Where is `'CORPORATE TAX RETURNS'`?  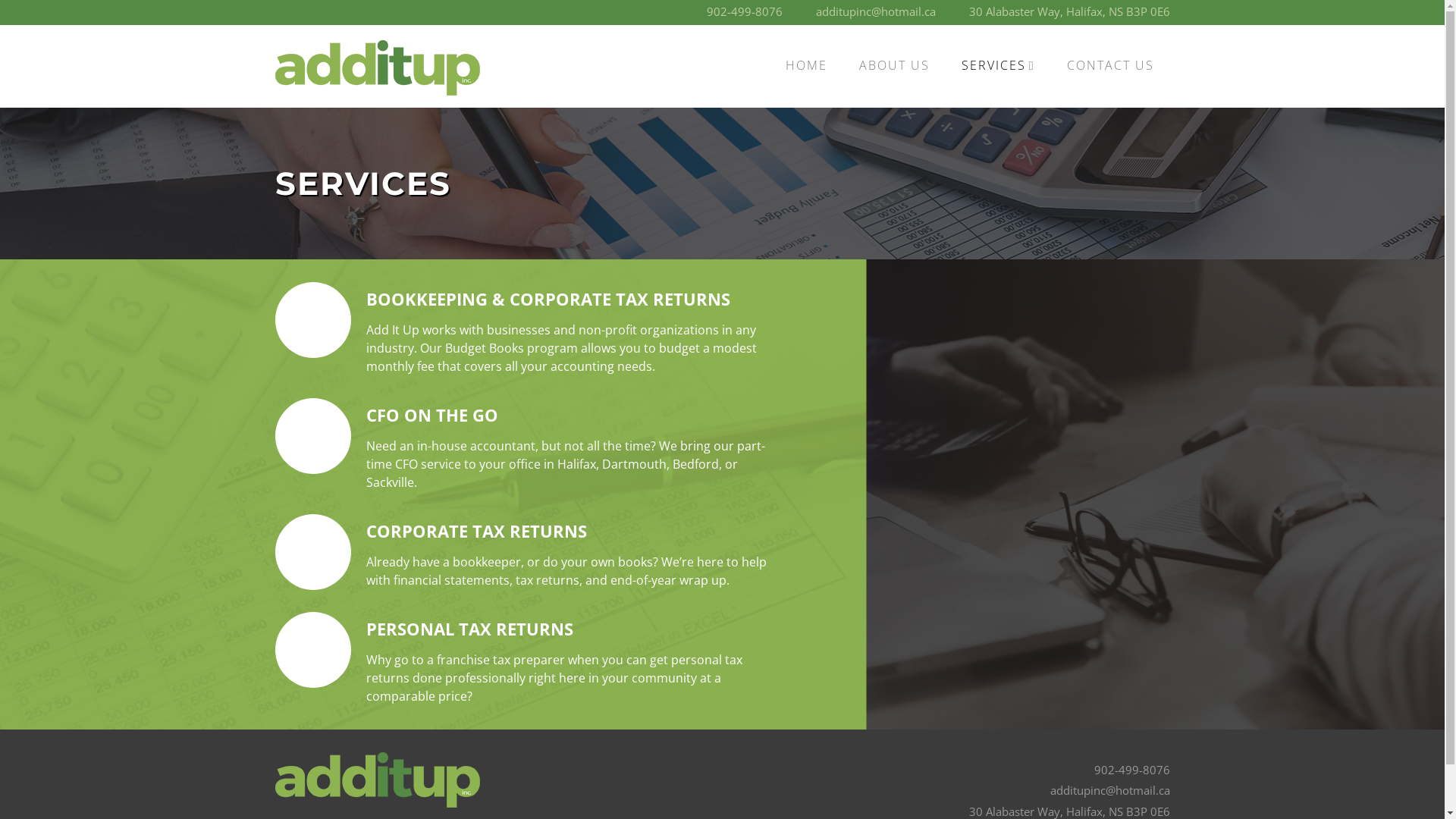 'CORPORATE TAX RETURNS' is located at coordinates (475, 529).